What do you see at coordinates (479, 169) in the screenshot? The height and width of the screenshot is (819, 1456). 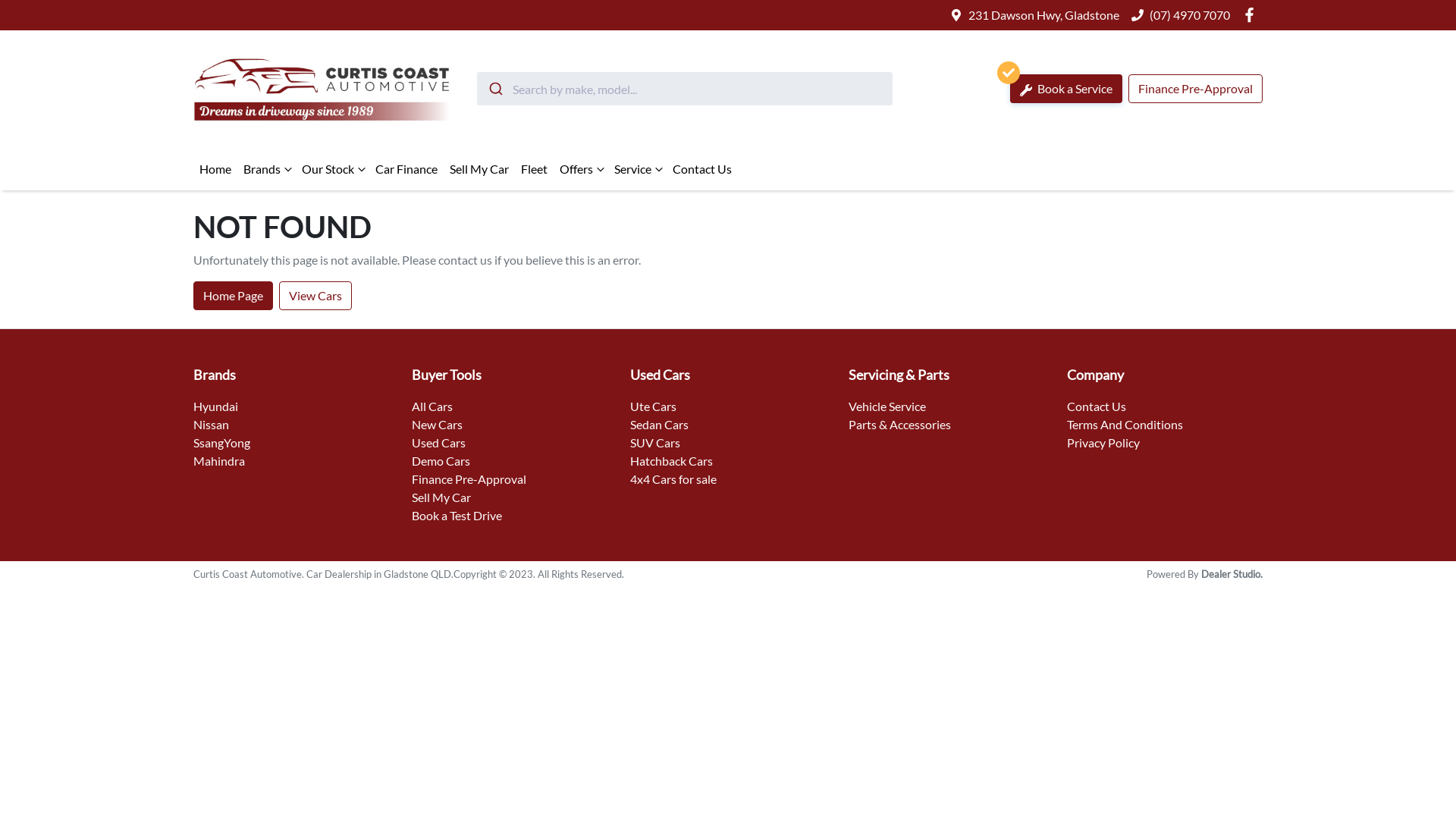 I see `'Sell My Car'` at bounding box center [479, 169].